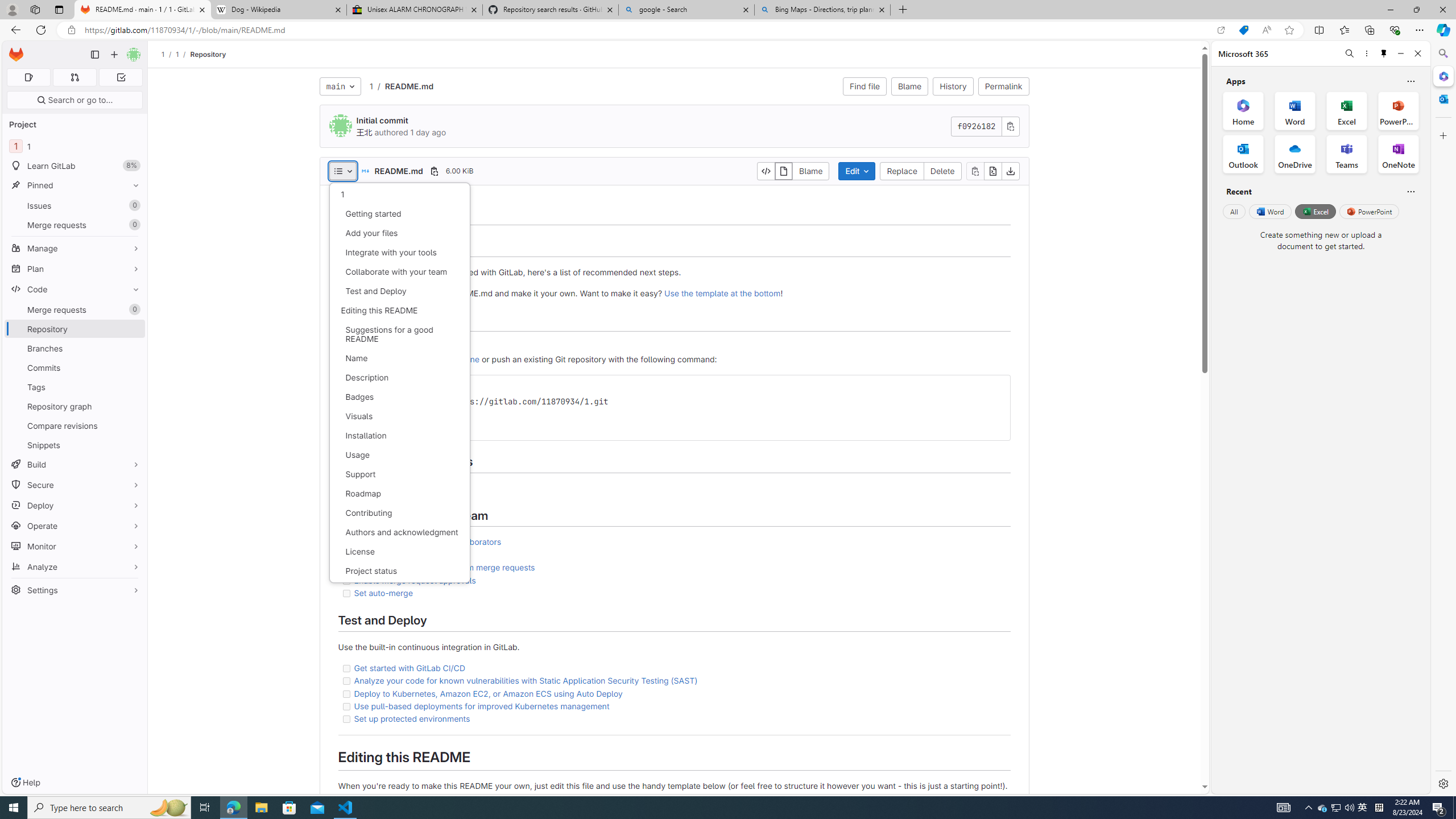 This screenshot has width=1456, height=819. Describe the element at coordinates (74, 406) in the screenshot. I see `'Repository graph'` at that location.